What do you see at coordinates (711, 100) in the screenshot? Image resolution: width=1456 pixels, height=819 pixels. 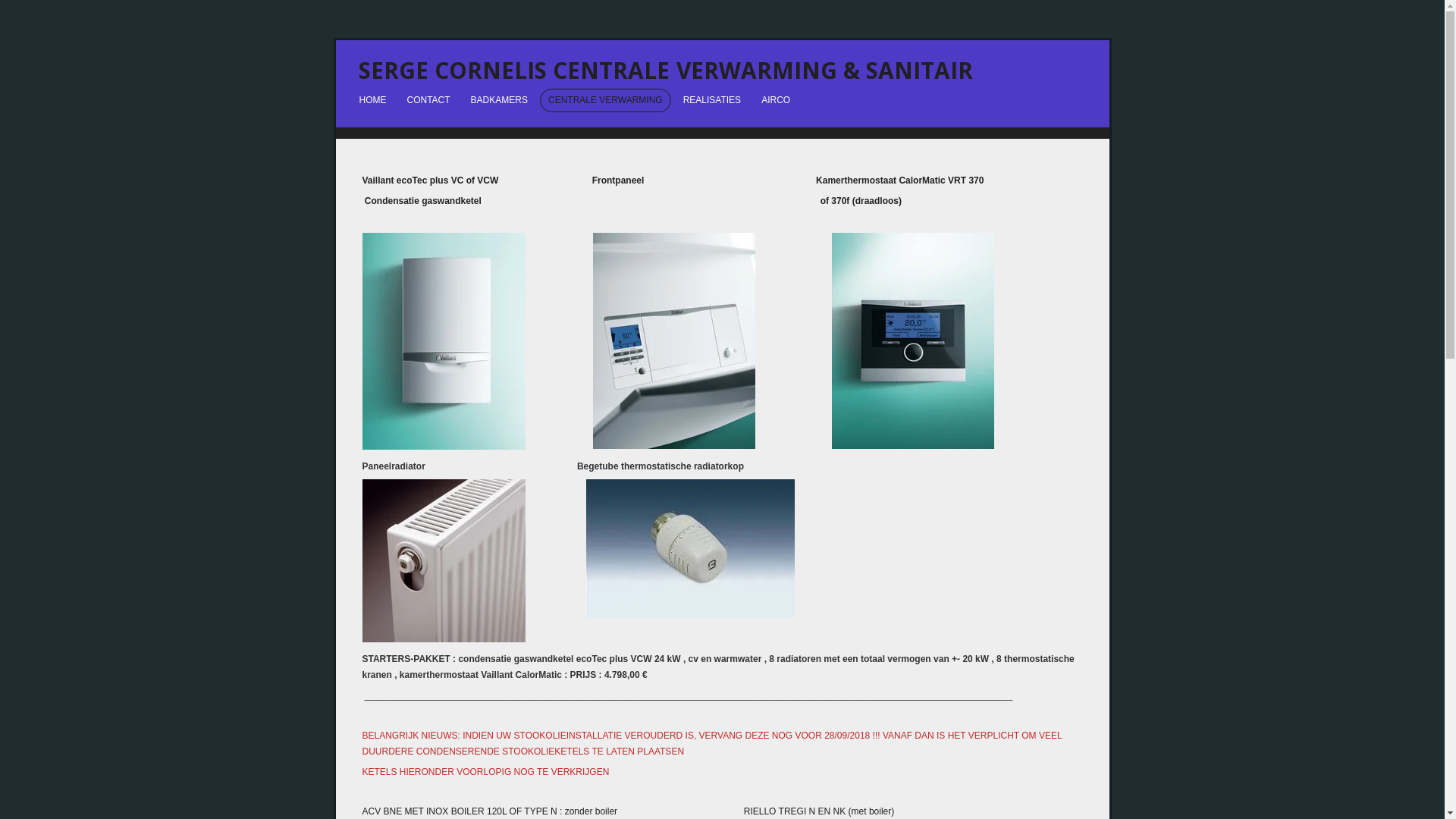 I see `'REALISATIES'` at bounding box center [711, 100].